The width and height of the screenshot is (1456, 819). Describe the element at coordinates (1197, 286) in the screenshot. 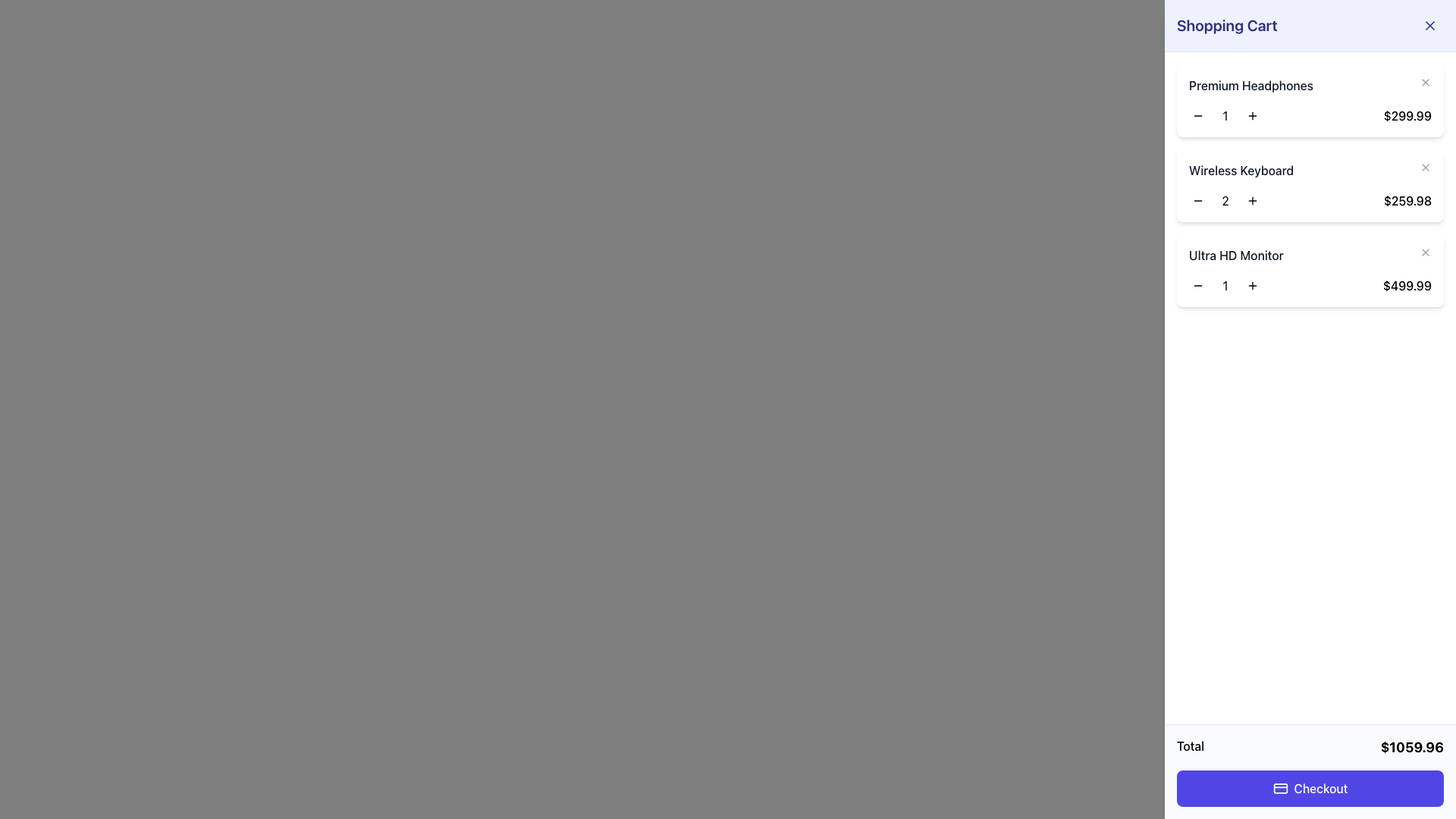

I see `the small circular button styled with a rounded border and a thin horizontal line resembling a minus symbol, located to the left of the quantity display for the 'Ultra HD Monitor' item in the shopping cart interface` at that location.